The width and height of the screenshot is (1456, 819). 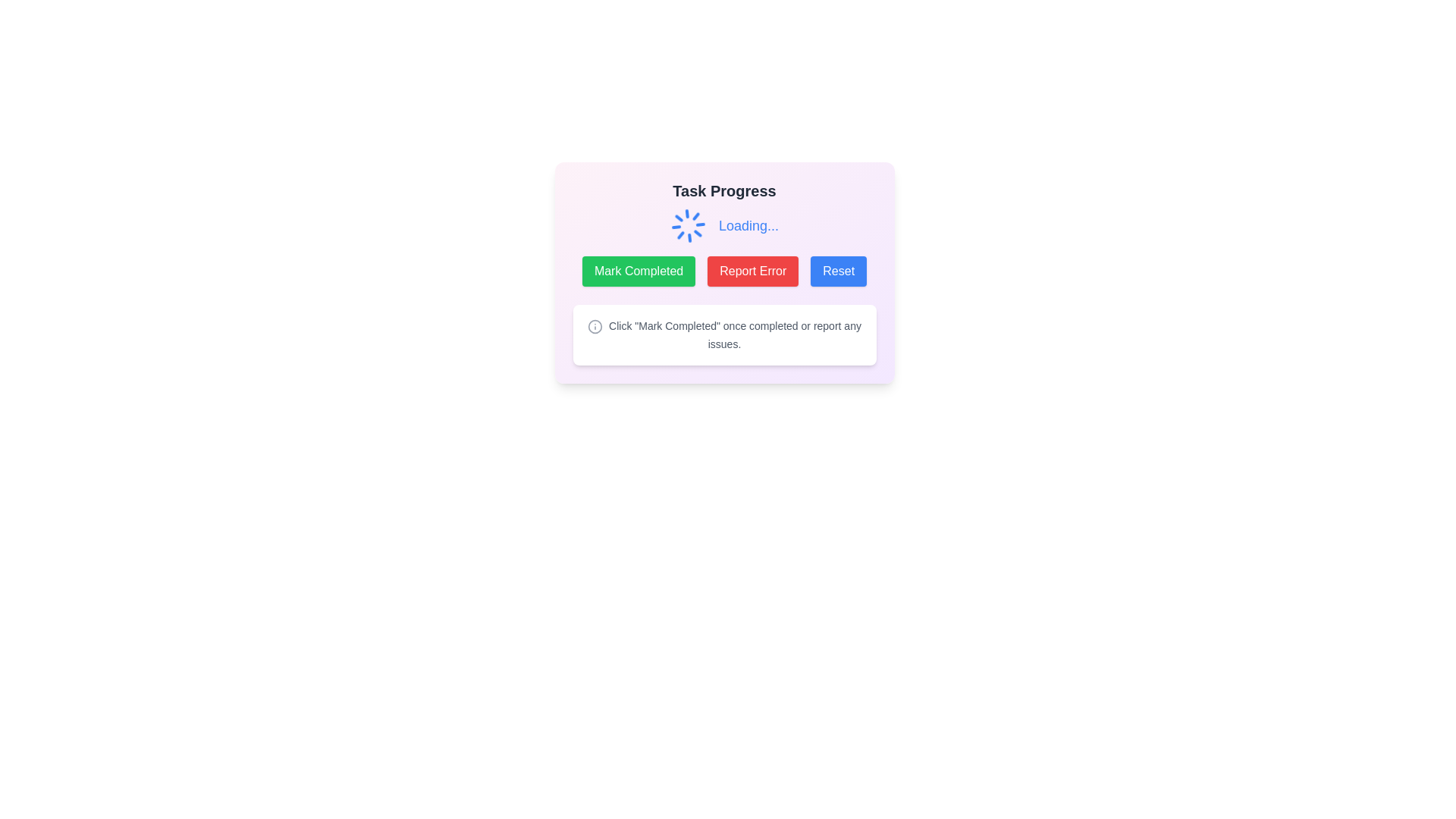 What do you see at coordinates (687, 225) in the screenshot?
I see `the SVG spinner loader icon, which is a blue circular arrangement of stroke patterns located next to the text 'Loading...' at the top of the 'Task Progress' card` at bounding box center [687, 225].